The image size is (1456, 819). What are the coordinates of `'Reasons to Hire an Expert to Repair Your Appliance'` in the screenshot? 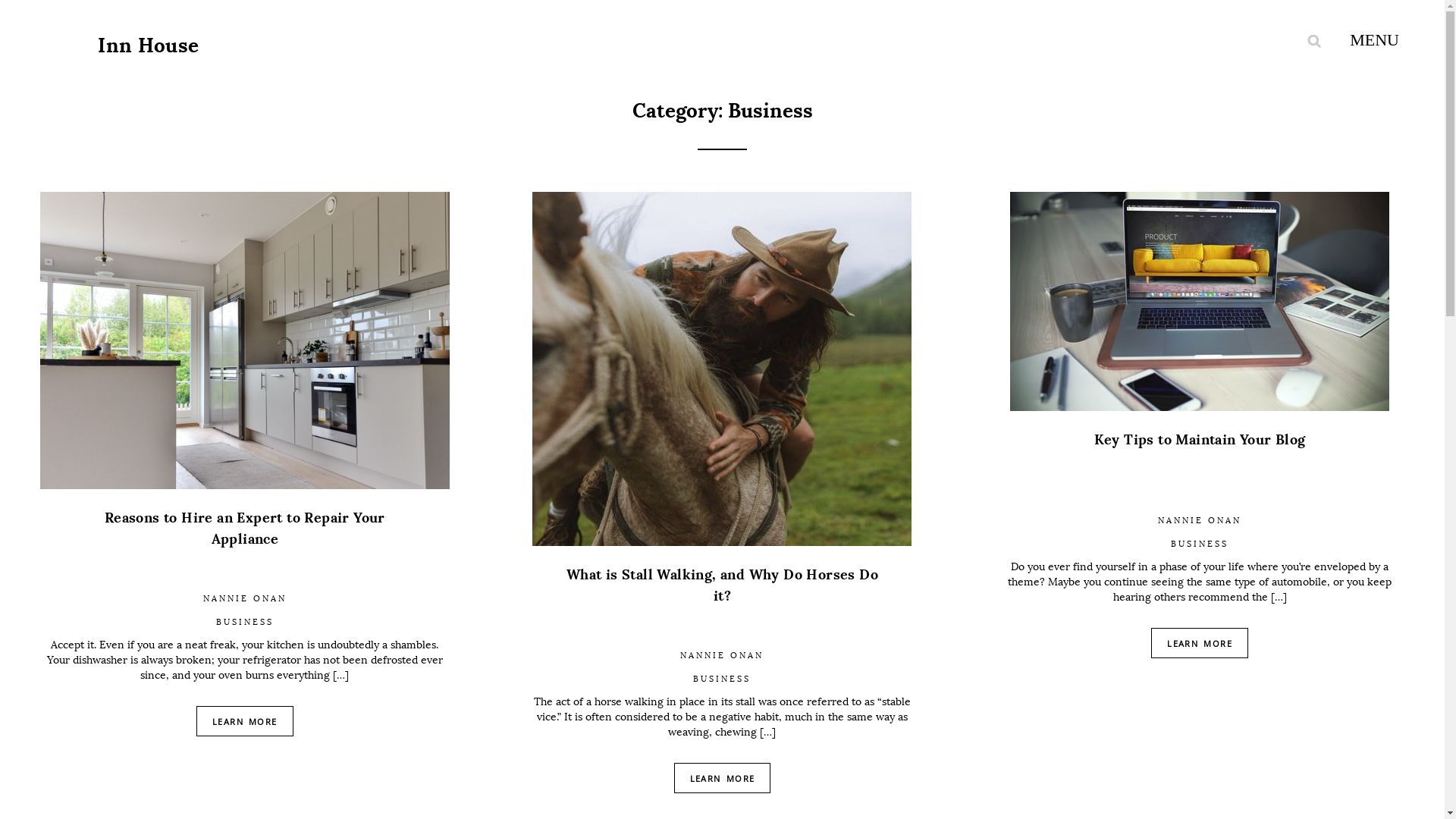 It's located at (244, 544).